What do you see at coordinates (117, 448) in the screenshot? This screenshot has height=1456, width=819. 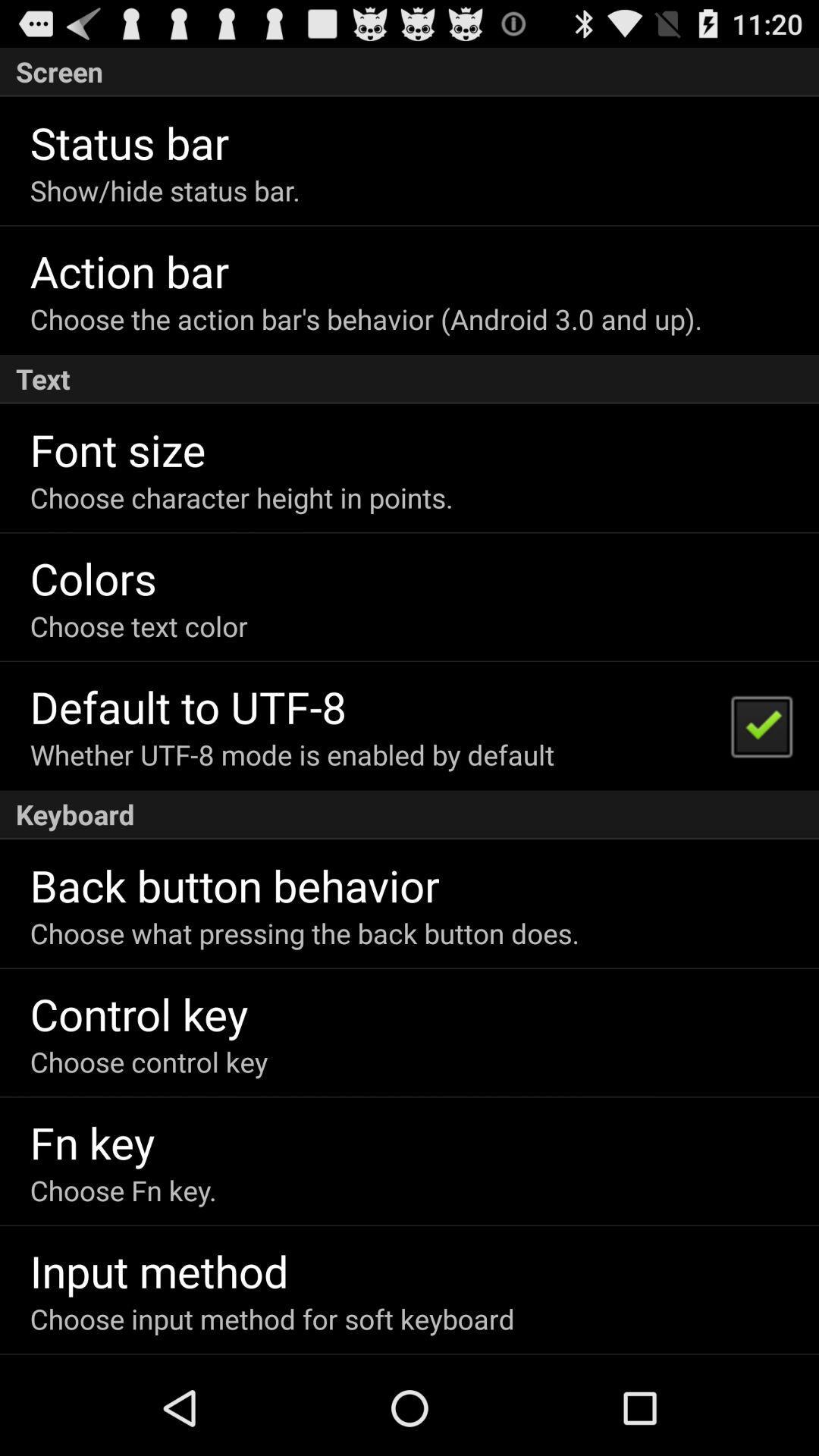 I see `the app below the text icon` at bounding box center [117, 448].